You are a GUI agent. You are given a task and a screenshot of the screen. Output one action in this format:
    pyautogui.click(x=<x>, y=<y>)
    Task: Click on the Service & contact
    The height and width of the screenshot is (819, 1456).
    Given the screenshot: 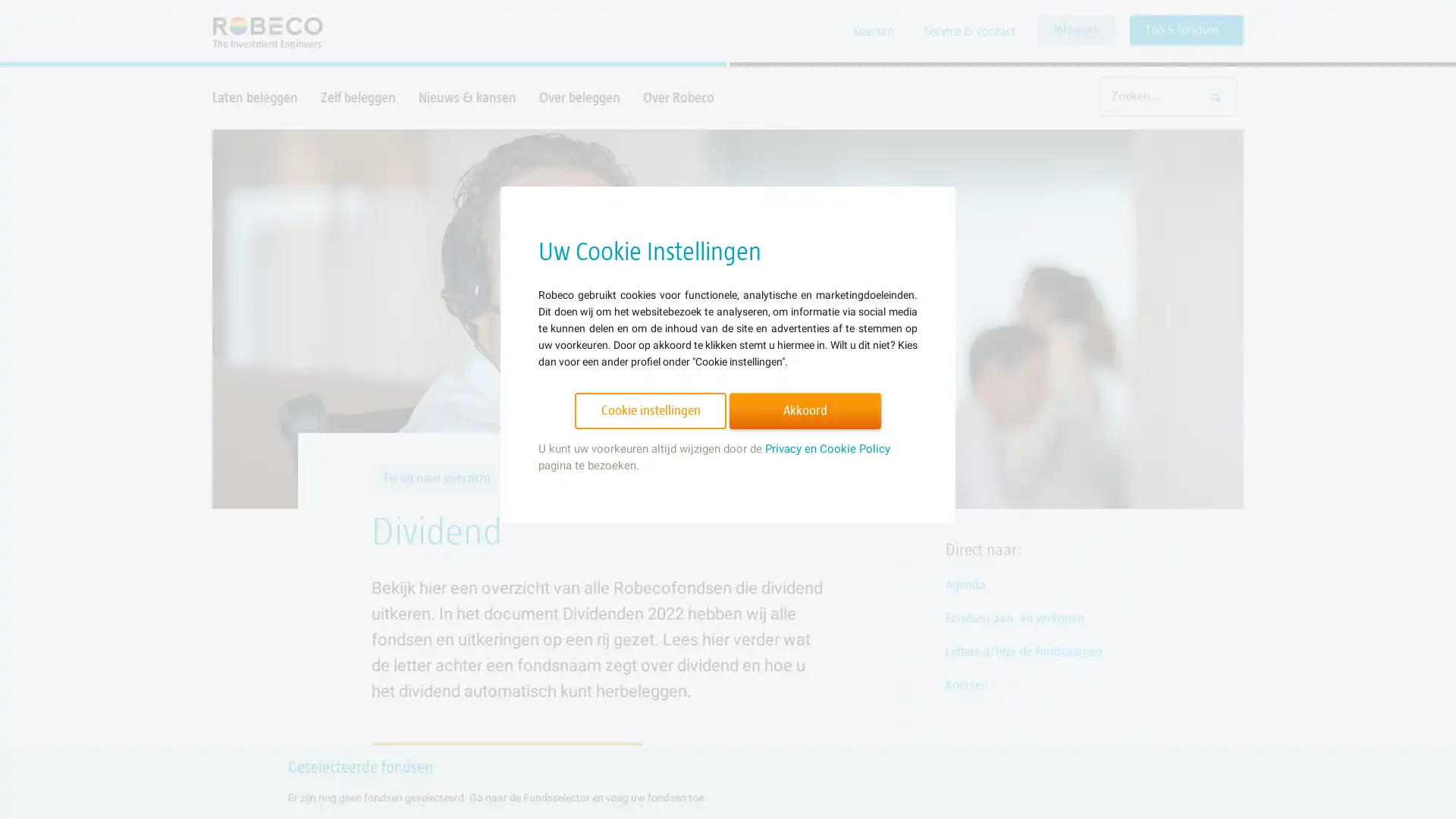 What is the action you would take?
    pyautogui.click(x=968, y=32)
    